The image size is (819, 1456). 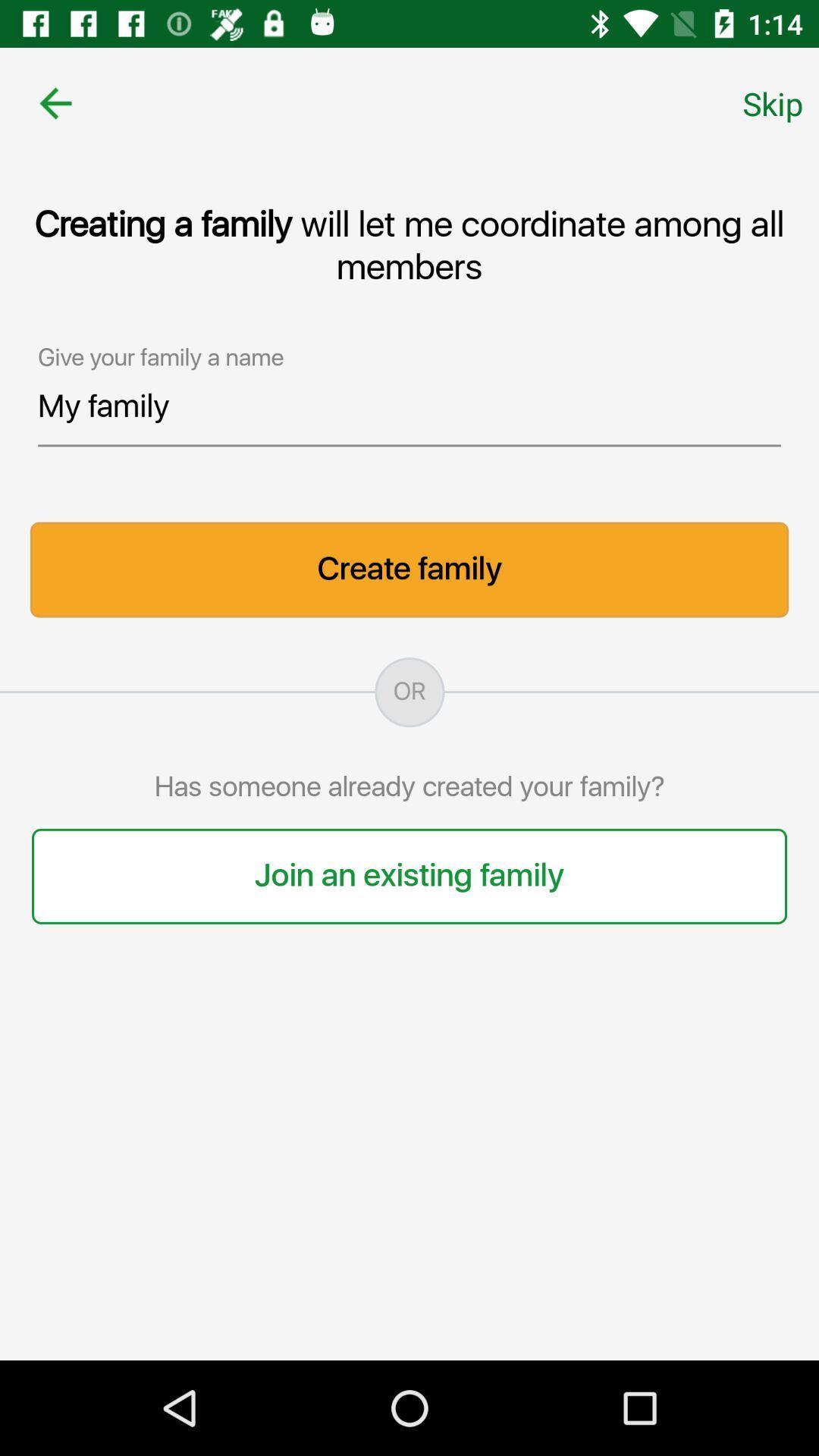 I want to click on previous screen, so click(x=55, y=102).